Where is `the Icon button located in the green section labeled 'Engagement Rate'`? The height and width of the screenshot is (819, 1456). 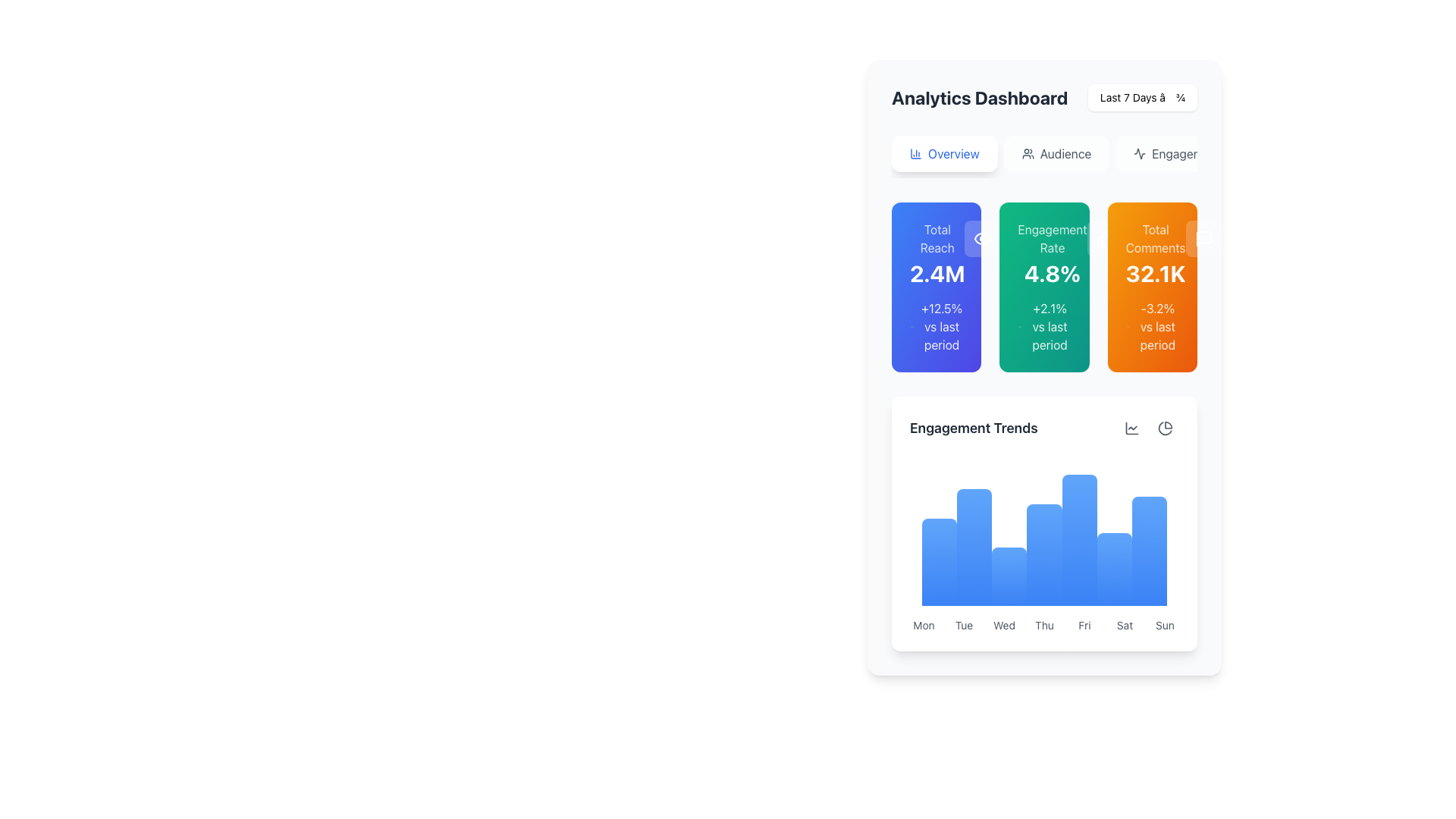 the Icon button located in the green section labeled 'Engagement Rate' is located at coordinates (1105, 239).